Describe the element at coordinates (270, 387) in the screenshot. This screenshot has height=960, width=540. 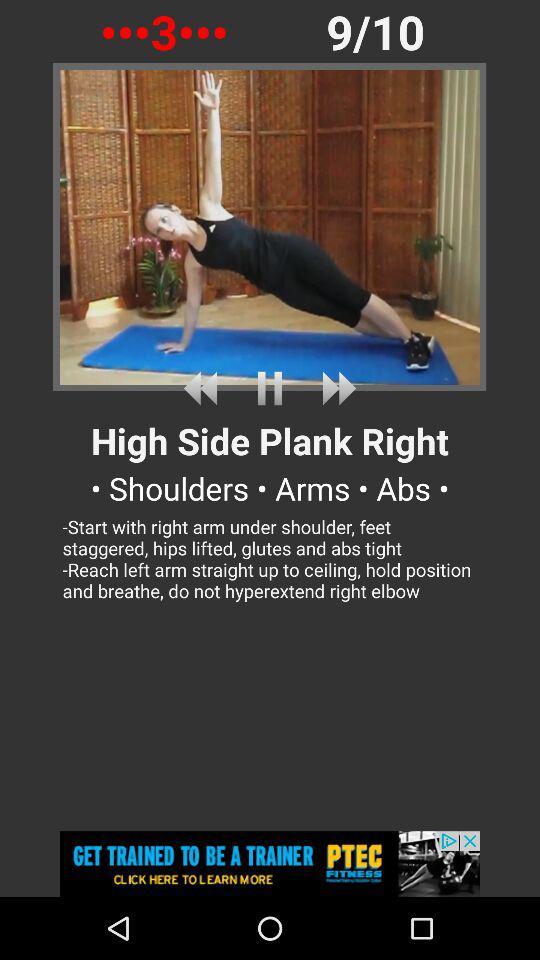
I see `pause` at that location.